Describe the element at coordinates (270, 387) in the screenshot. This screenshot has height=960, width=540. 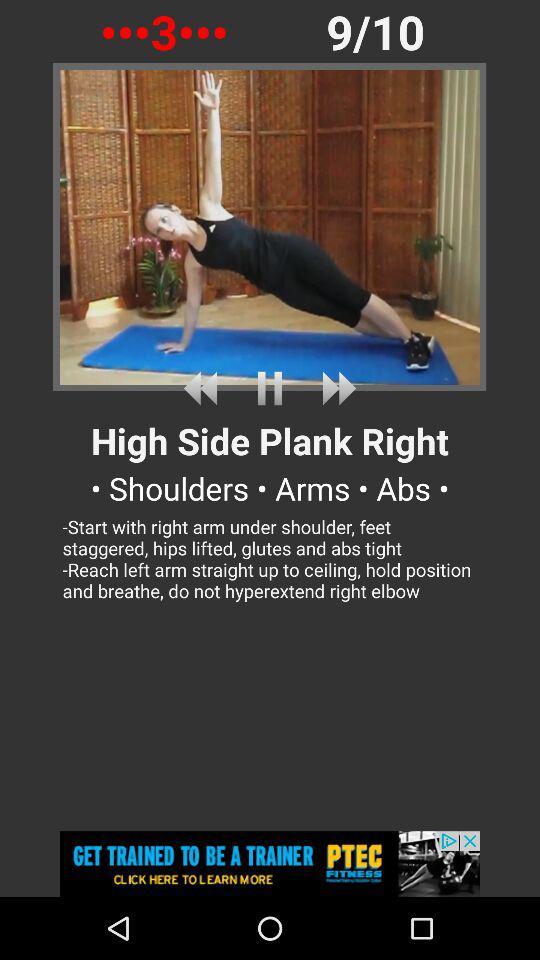
I see `pause` at that location.